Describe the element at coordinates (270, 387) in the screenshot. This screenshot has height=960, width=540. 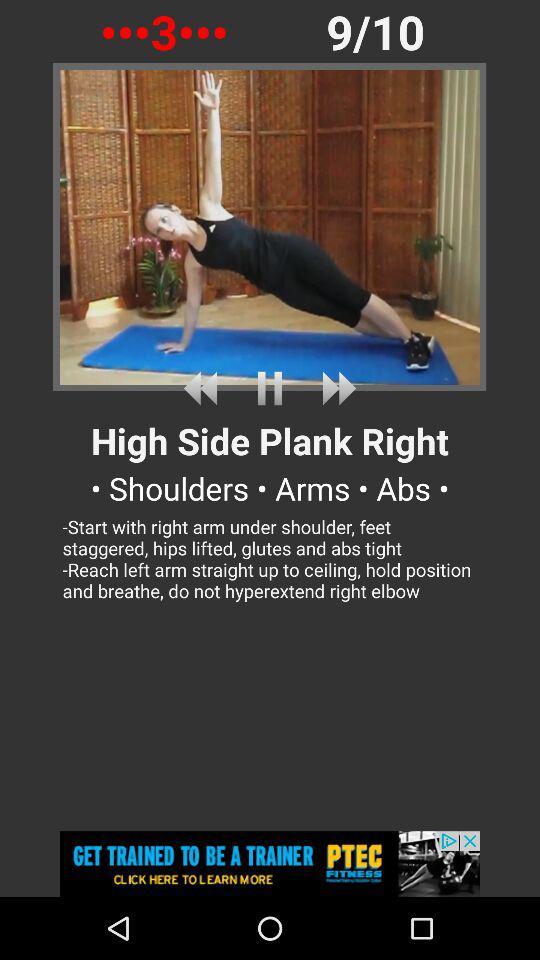
I see `pause` at that location.